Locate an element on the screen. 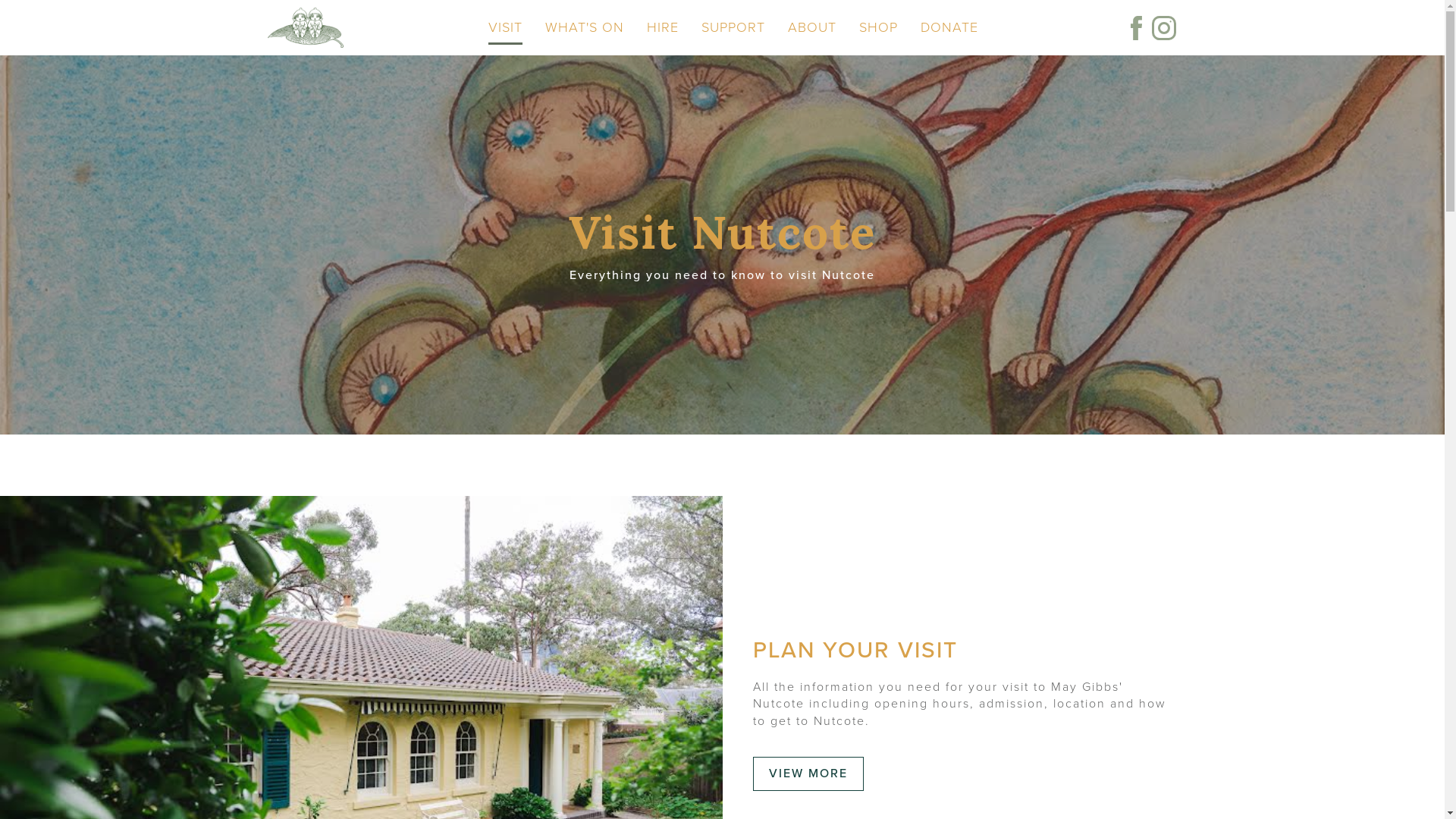 Image resolution: width=1456 pixels, height=819 pixels. 'DONATE' is located at coordinates (908, 27).